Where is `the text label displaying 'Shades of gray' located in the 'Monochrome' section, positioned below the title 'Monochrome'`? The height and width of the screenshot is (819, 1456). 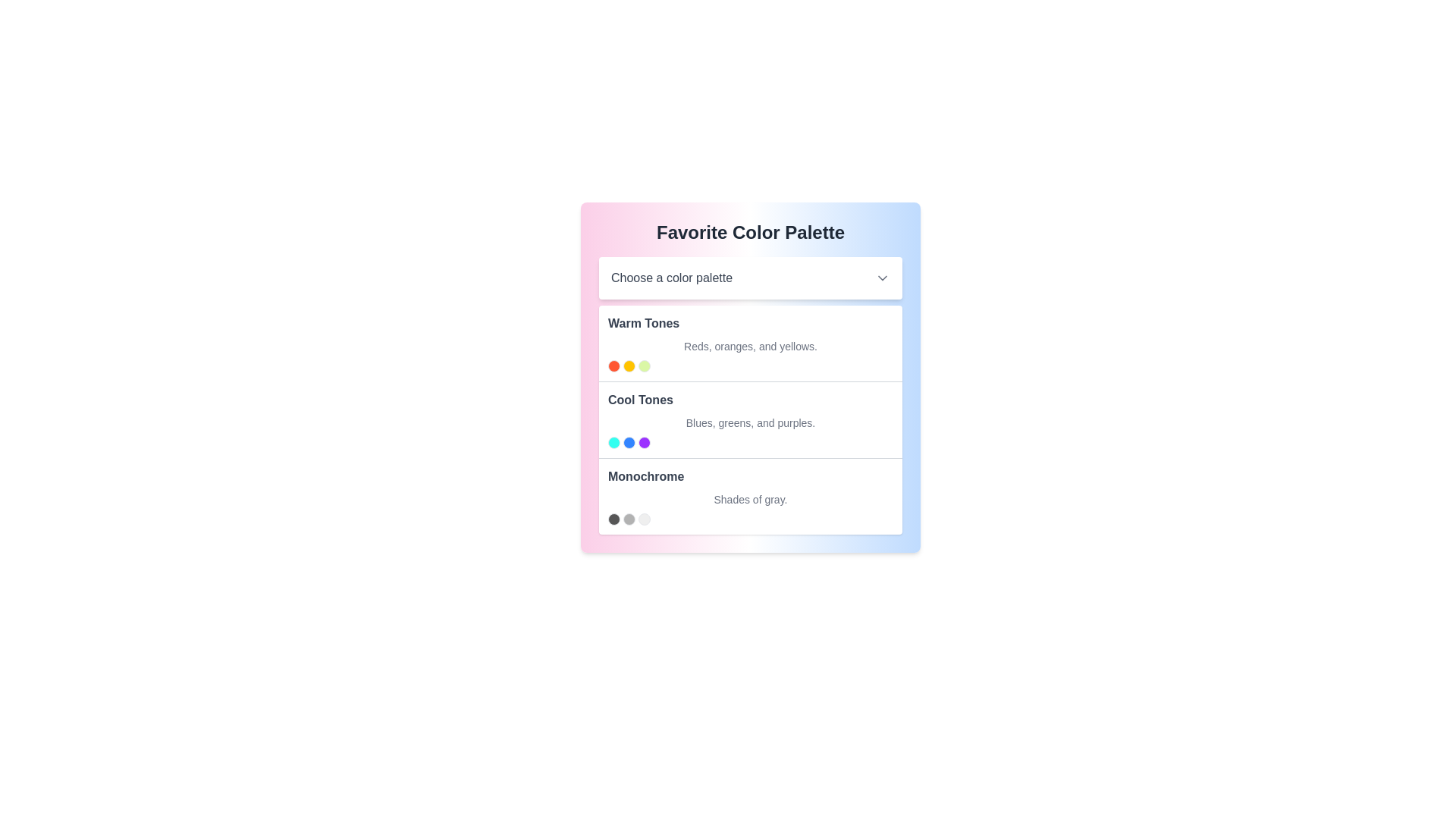 the text label displaying 'Shades of gray' located in the 'Monochrome' section, positioned below the title 'Monochrome' is located at coordinates (750, 500).